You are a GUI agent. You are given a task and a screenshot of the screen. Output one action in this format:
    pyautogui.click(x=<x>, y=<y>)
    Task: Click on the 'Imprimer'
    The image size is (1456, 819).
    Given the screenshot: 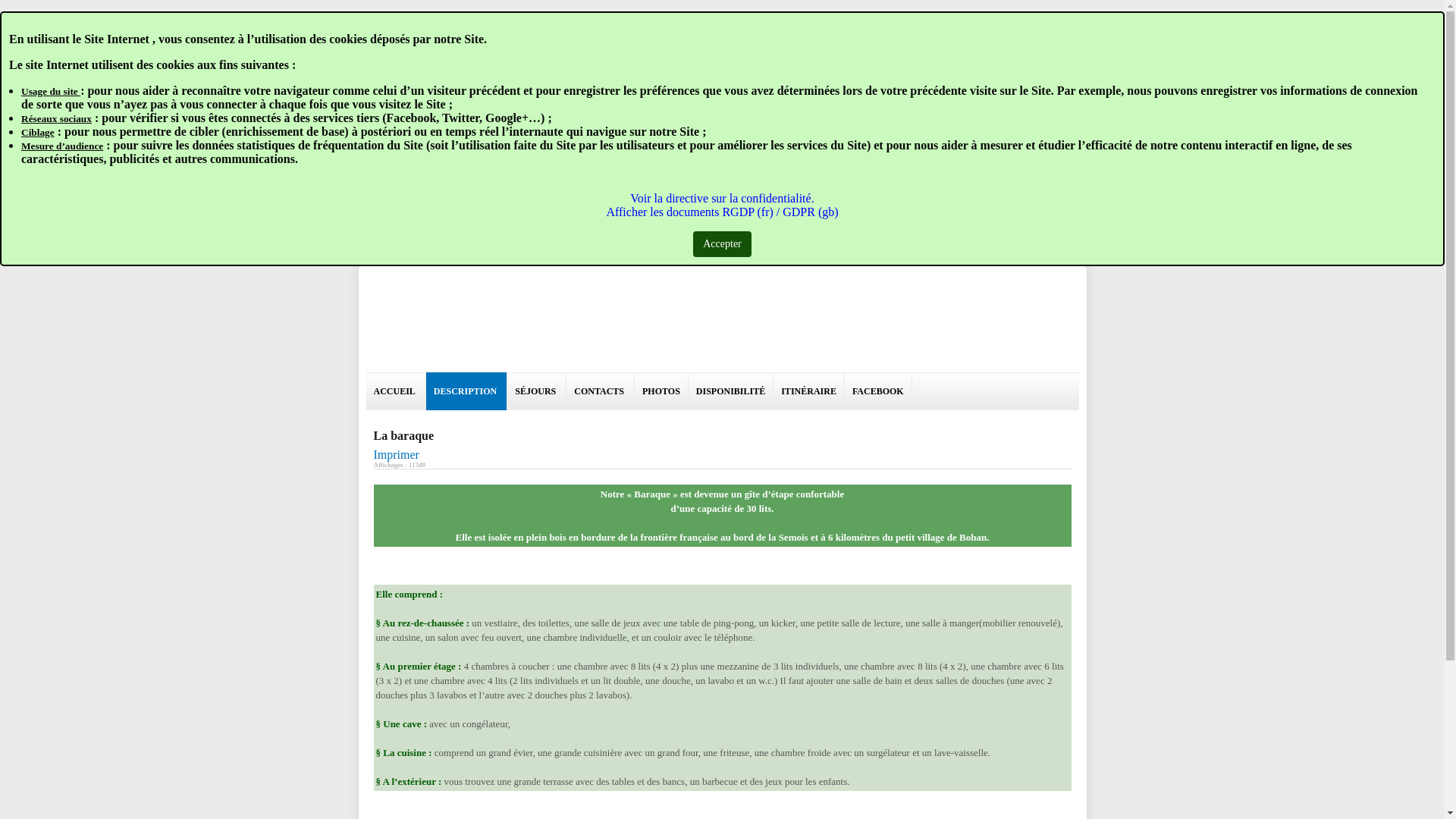 What is the action you would take?
    pyautogui.click(x=396, y=453)
    